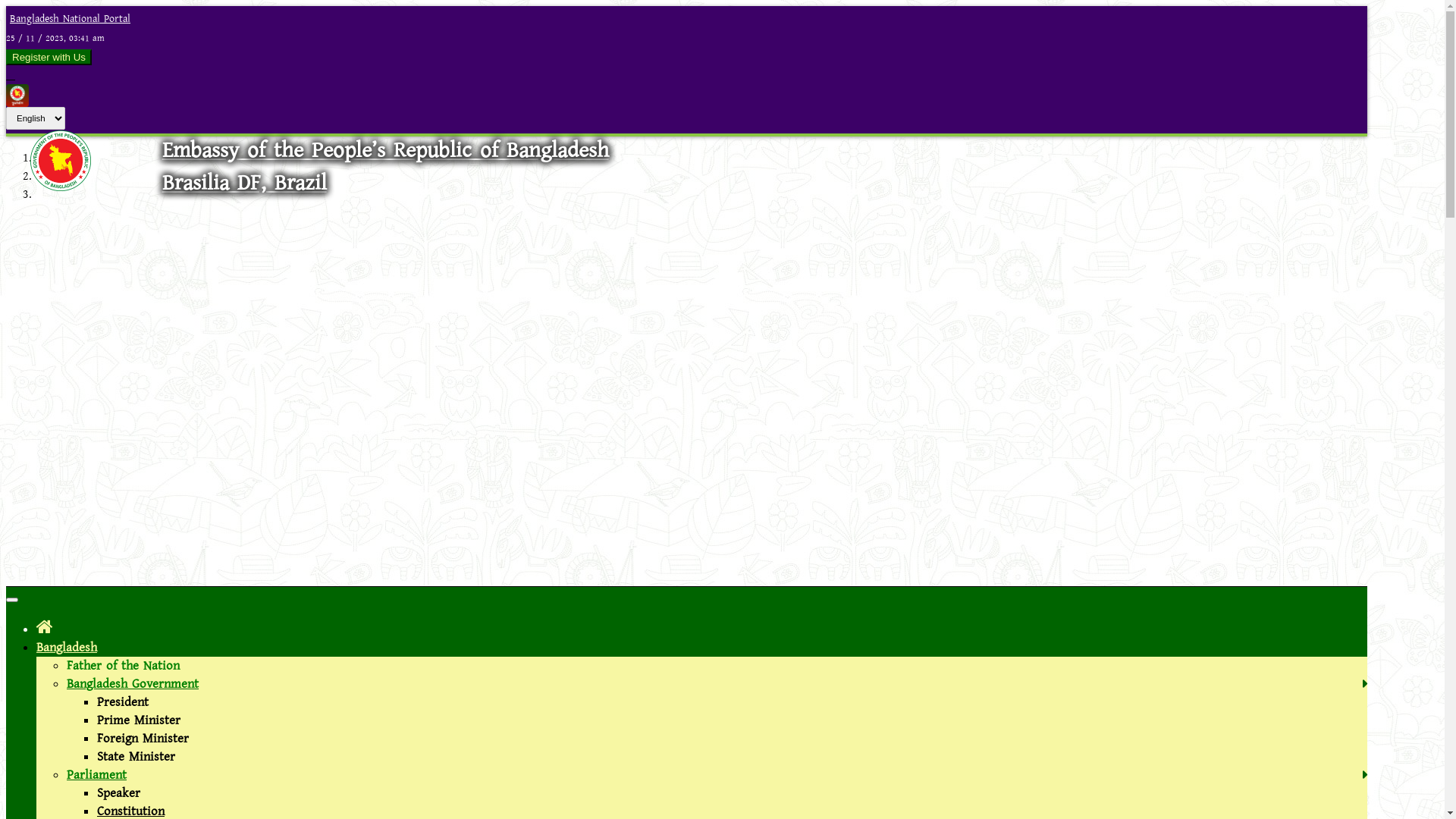 The image size is (1456, 819). I want to click on 'Logo', so click(61, 186).